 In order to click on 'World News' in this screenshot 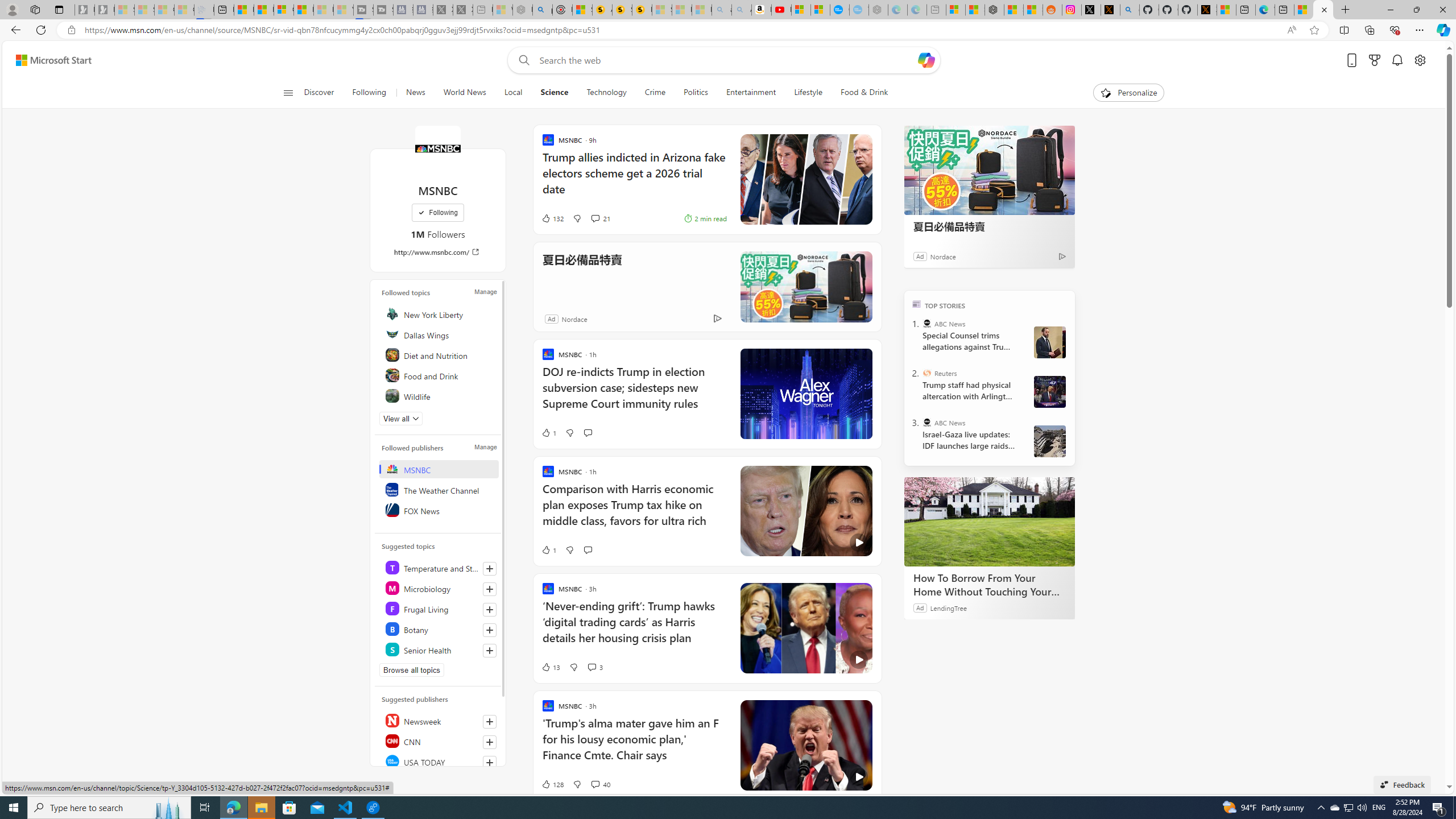, I will do `click(464, 92)`.